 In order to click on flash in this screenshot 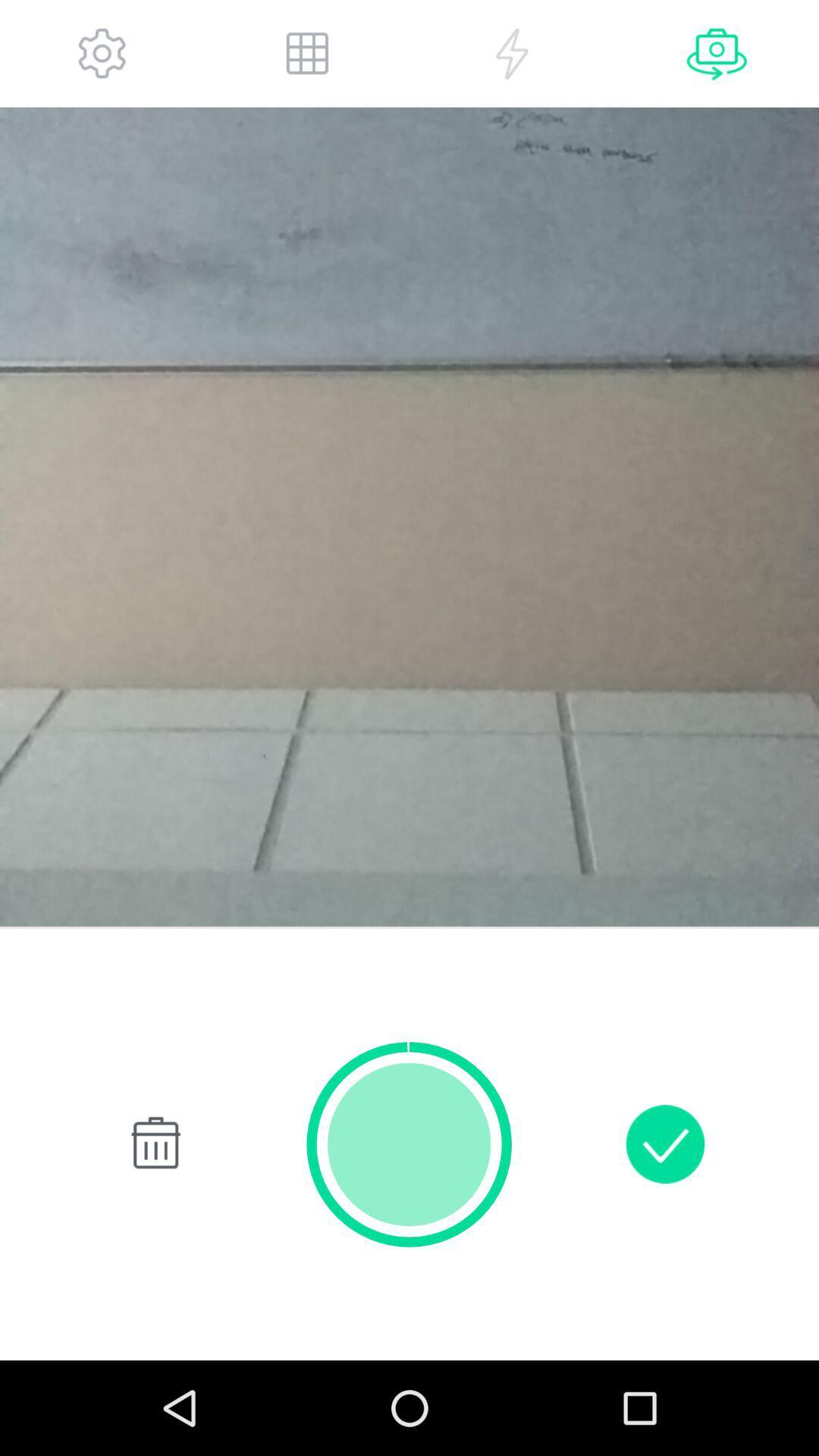, I will do `click(512, 53)`.